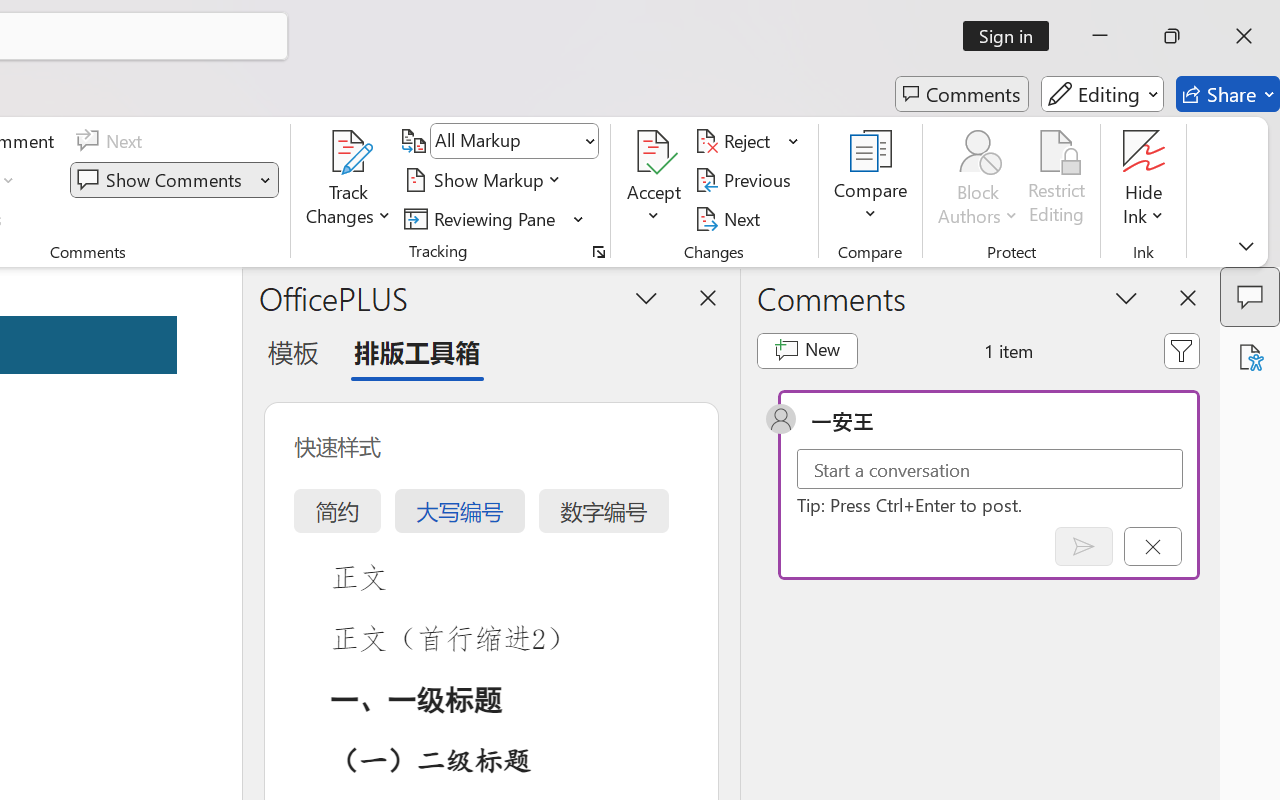  I want to click on 'Compare', so click(871, 179).